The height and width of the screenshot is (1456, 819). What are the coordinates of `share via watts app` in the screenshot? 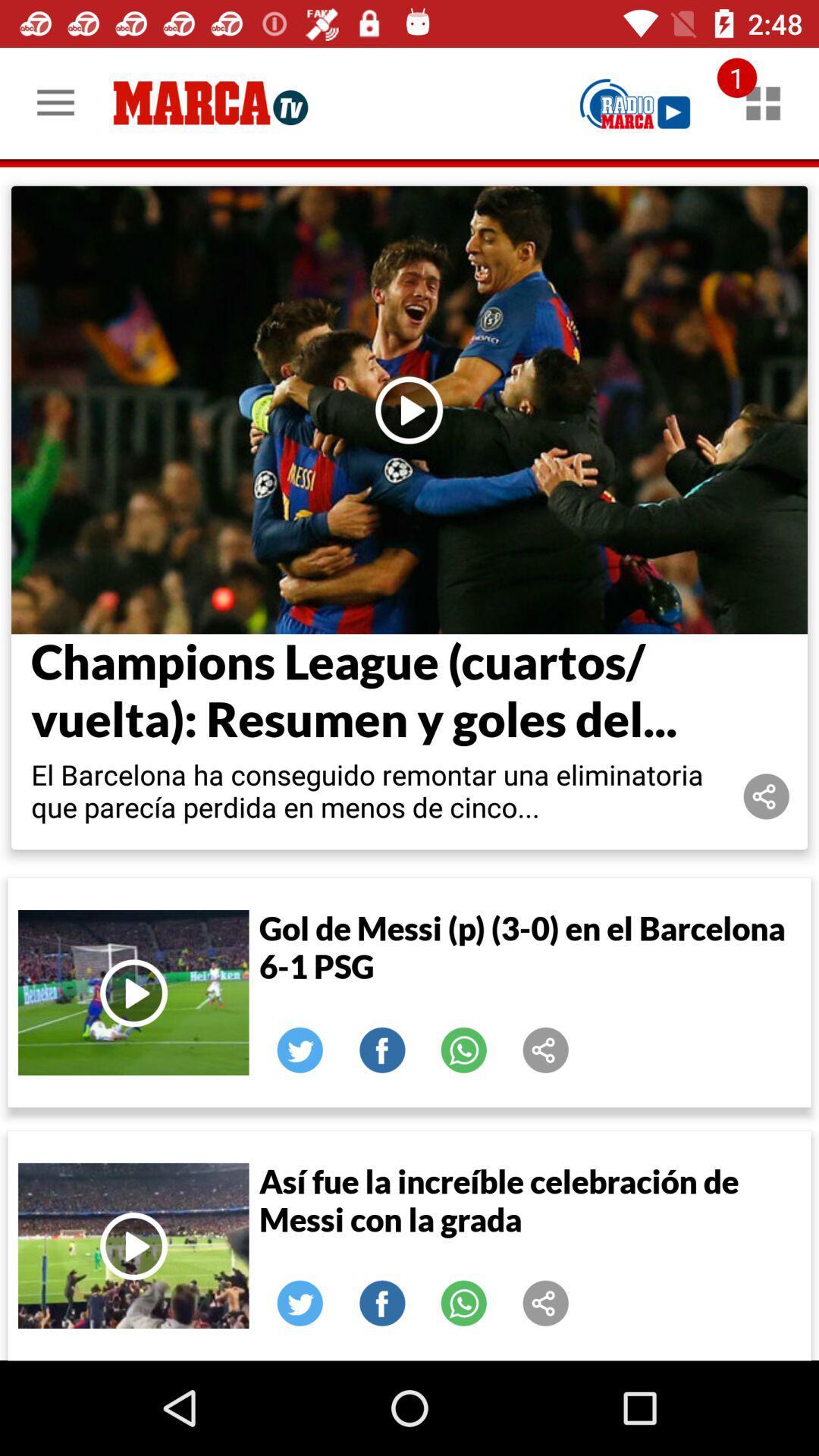 It's located at (463, 1302).